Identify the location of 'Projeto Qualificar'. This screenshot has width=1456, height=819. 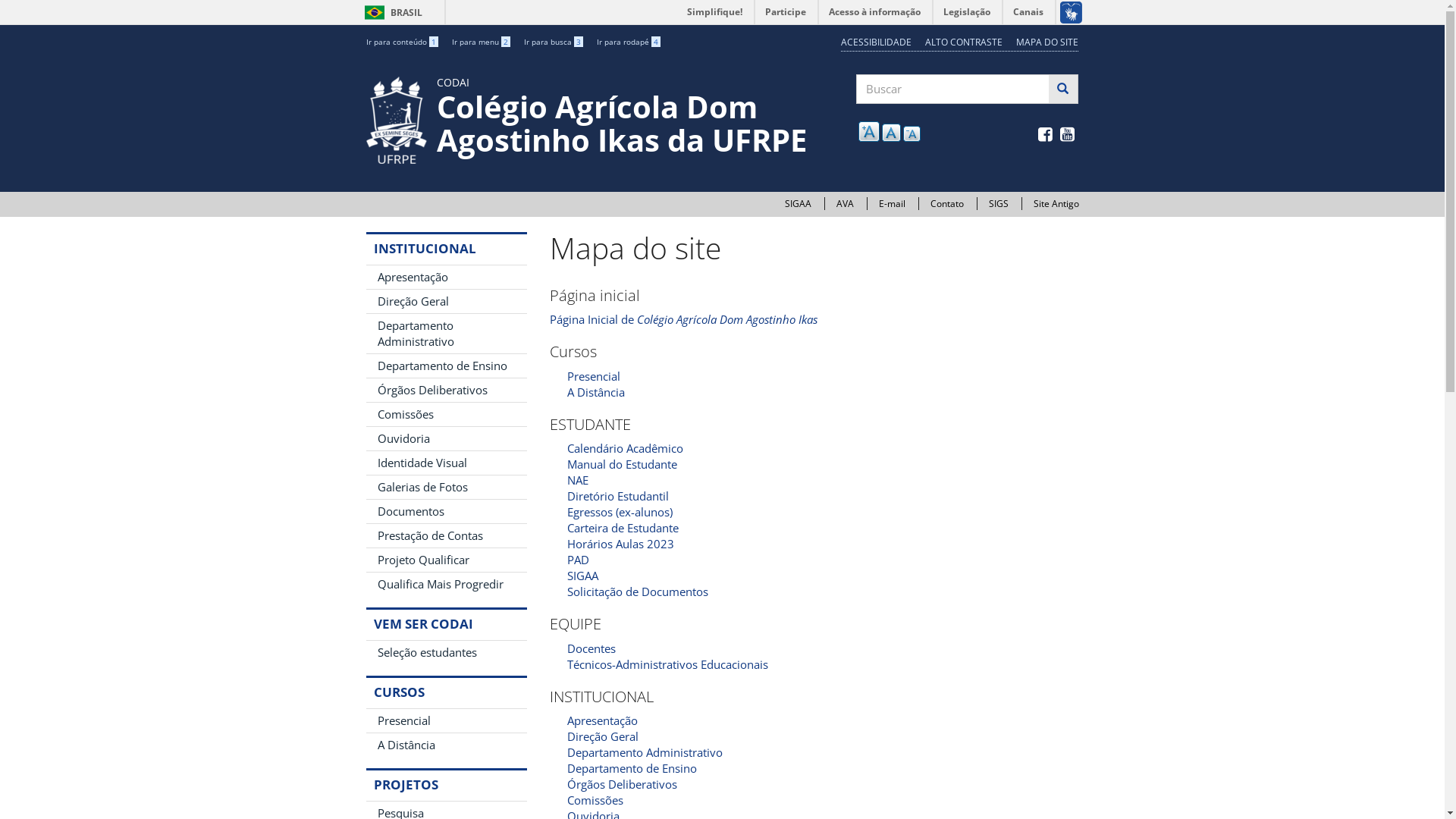
(445, 560).